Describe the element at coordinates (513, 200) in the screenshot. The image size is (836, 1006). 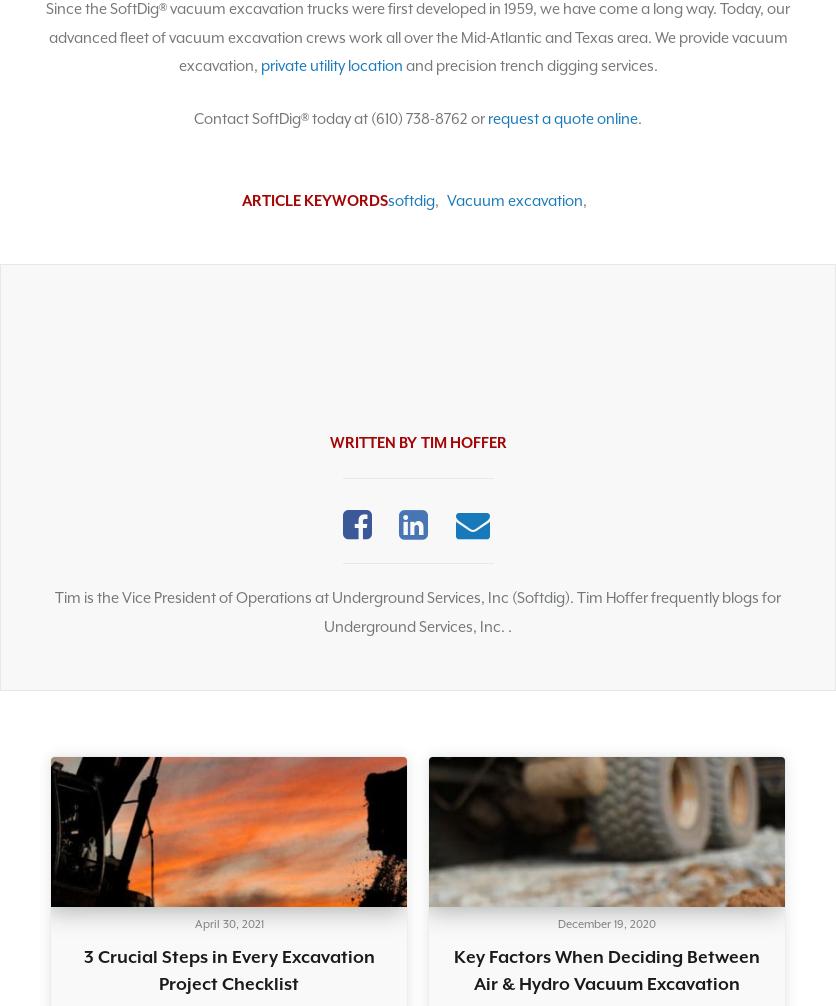
I see `'Vacuum excavation'` at that location.